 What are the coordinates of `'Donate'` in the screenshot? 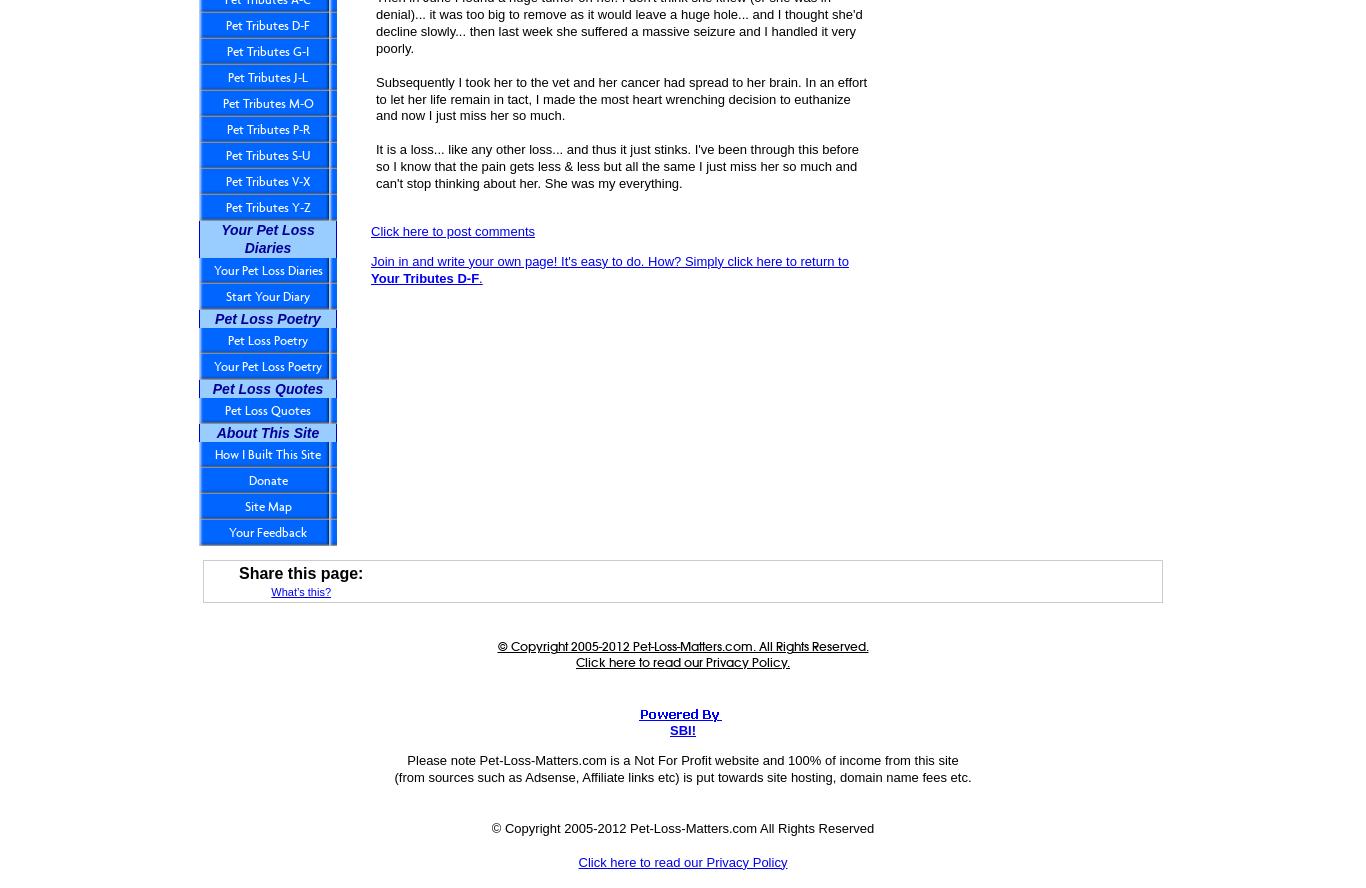 It's located at (267, 480).